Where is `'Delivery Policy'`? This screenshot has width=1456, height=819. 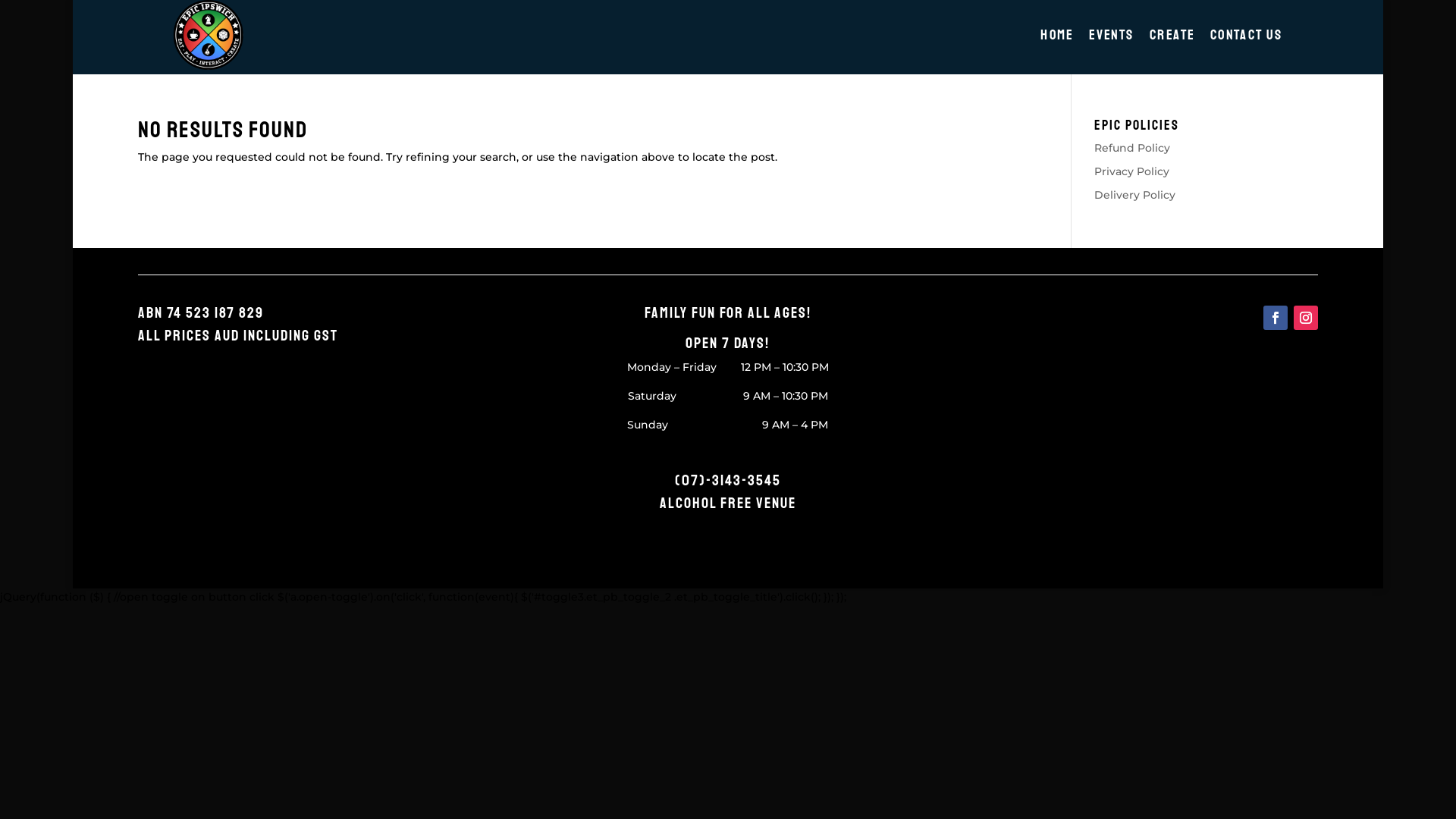
'Delivery Policy' is located at coordinates (1094, 194).